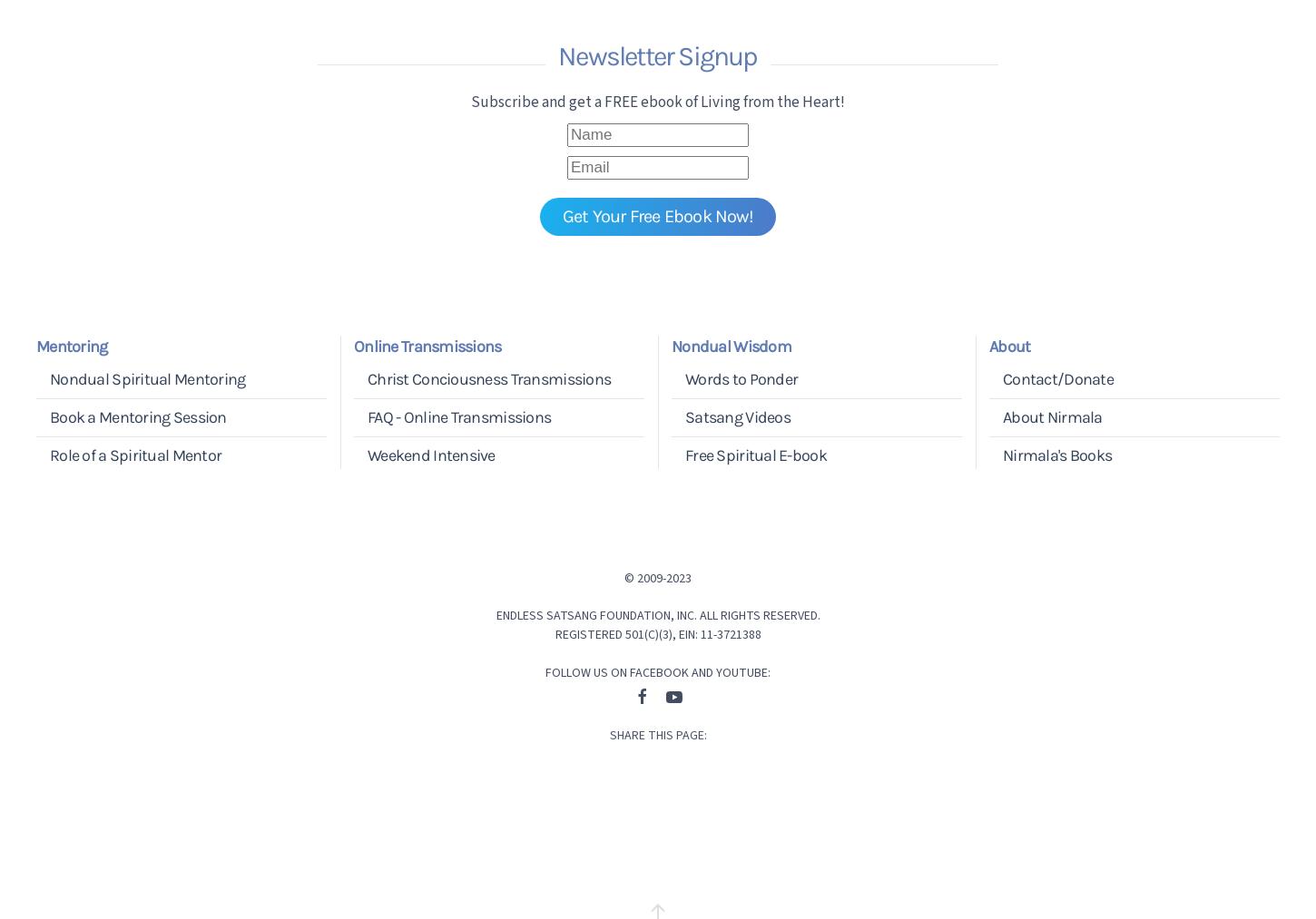  What do you see at coordinates (737, 416) in the screenshot?
I see `'Satsang Videos'` at bounding box center [737, 416].